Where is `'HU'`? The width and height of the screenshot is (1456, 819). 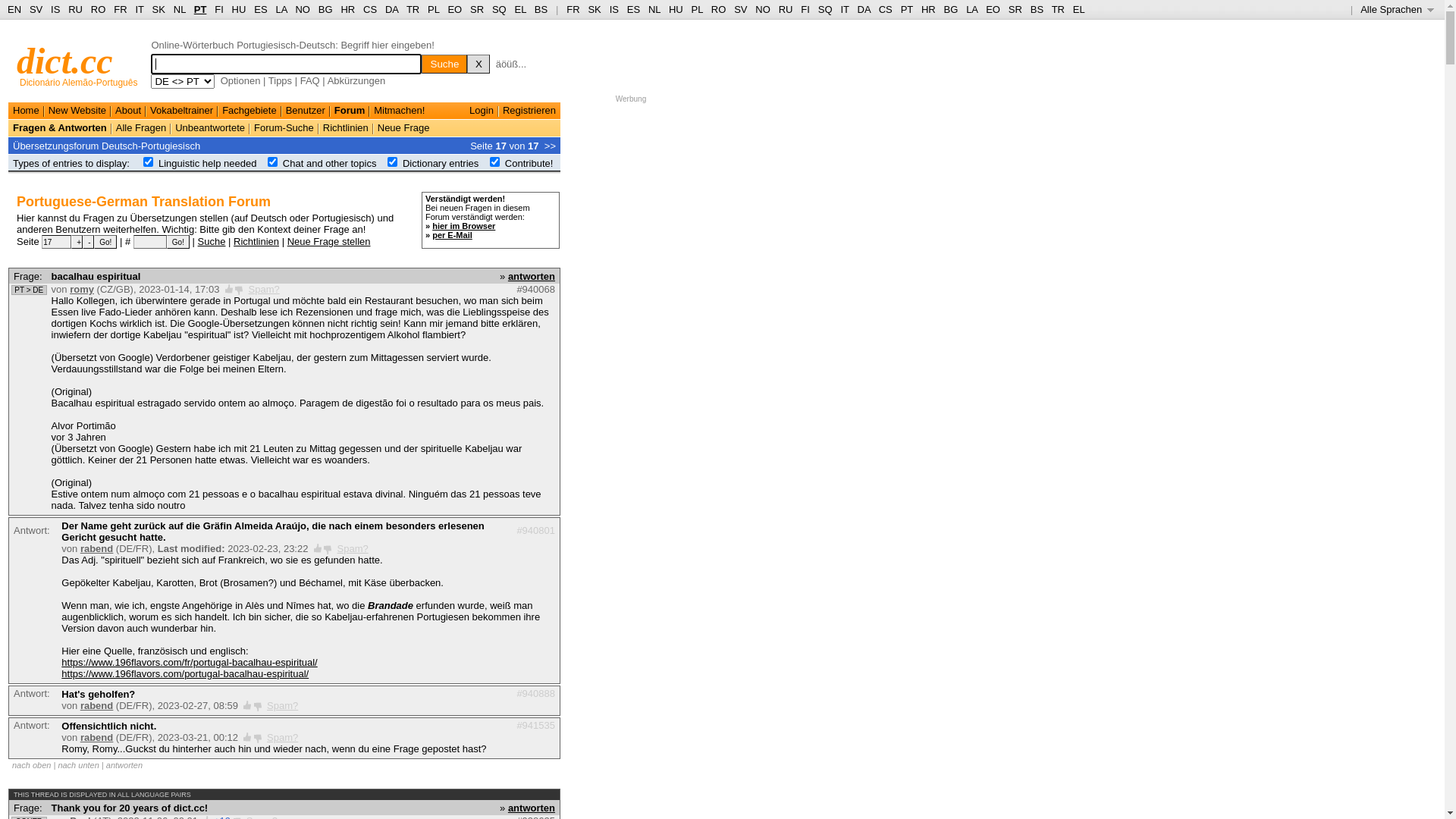 'HU' is located at coordinates (675, 9).